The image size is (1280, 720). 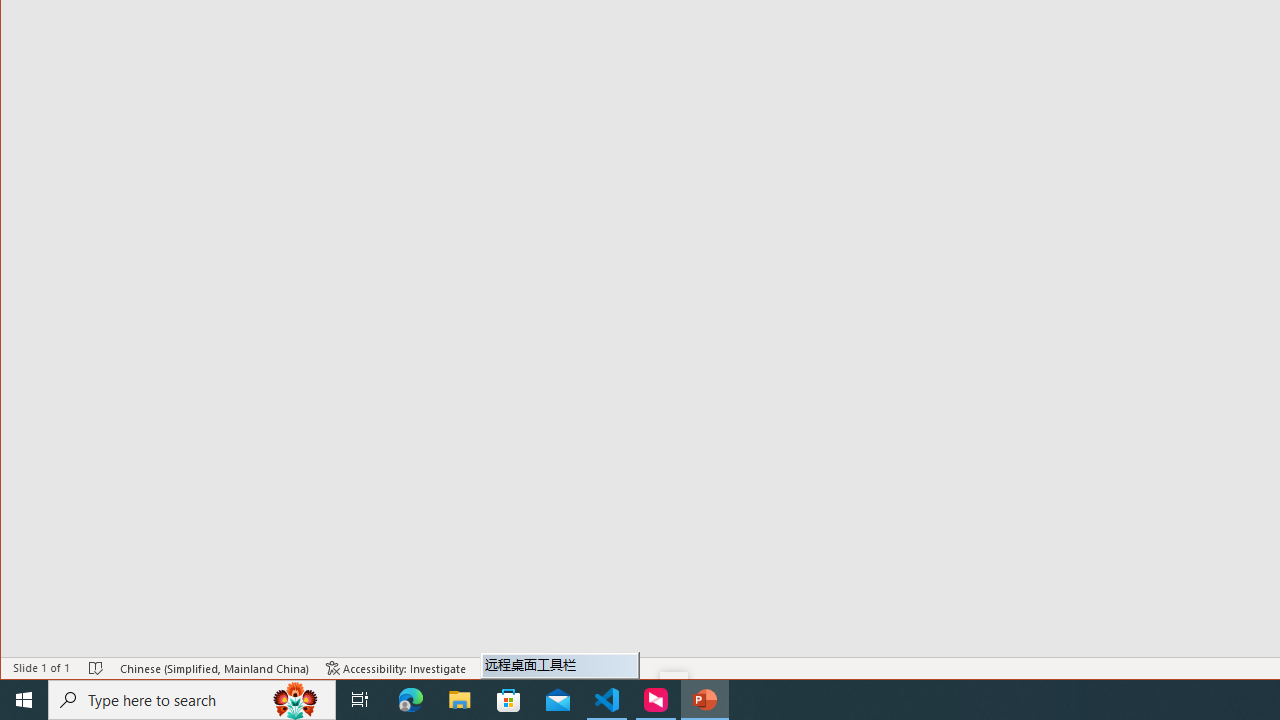 I want to click on 'Search highlights icon opens search home window', so click(x=294, y=698).